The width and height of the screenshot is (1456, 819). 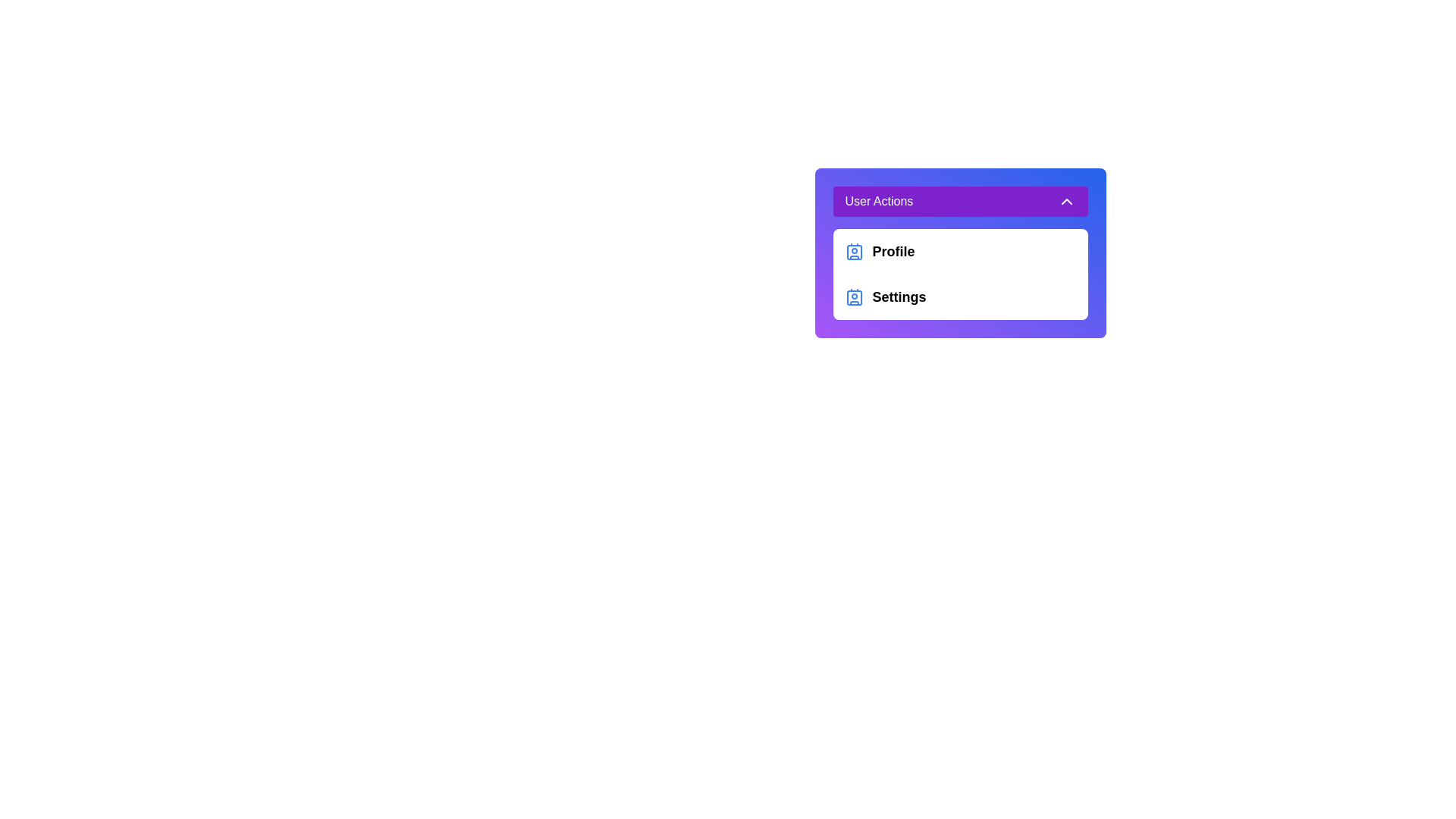 I want to click on the static text label that serves as a header for the user's profile section, located in the dropdown section labeled 'User Actions', positioned next to a blue profile icon, so click(x=893, y=250).